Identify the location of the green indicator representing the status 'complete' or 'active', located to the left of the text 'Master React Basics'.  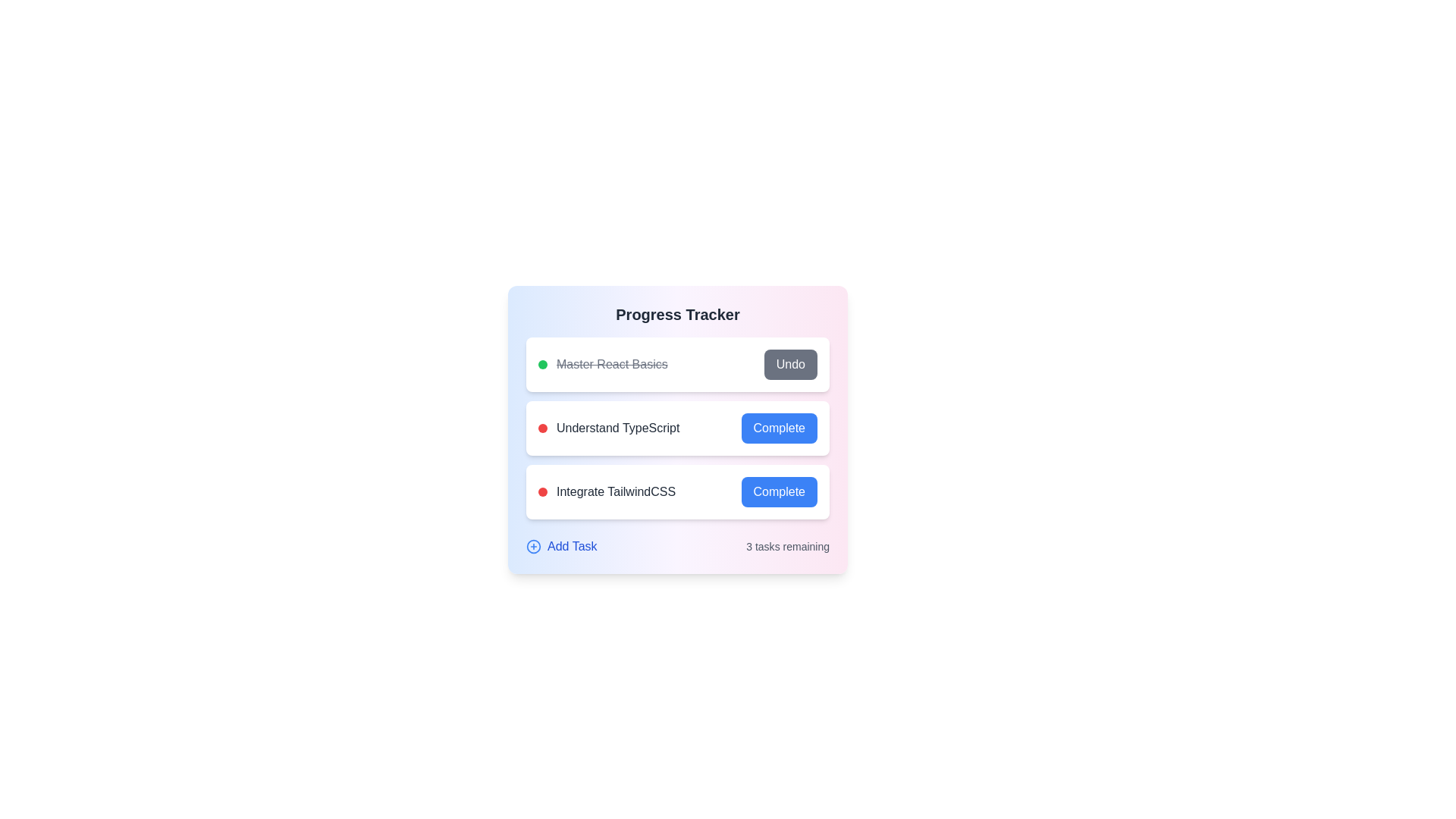
(542, 365).